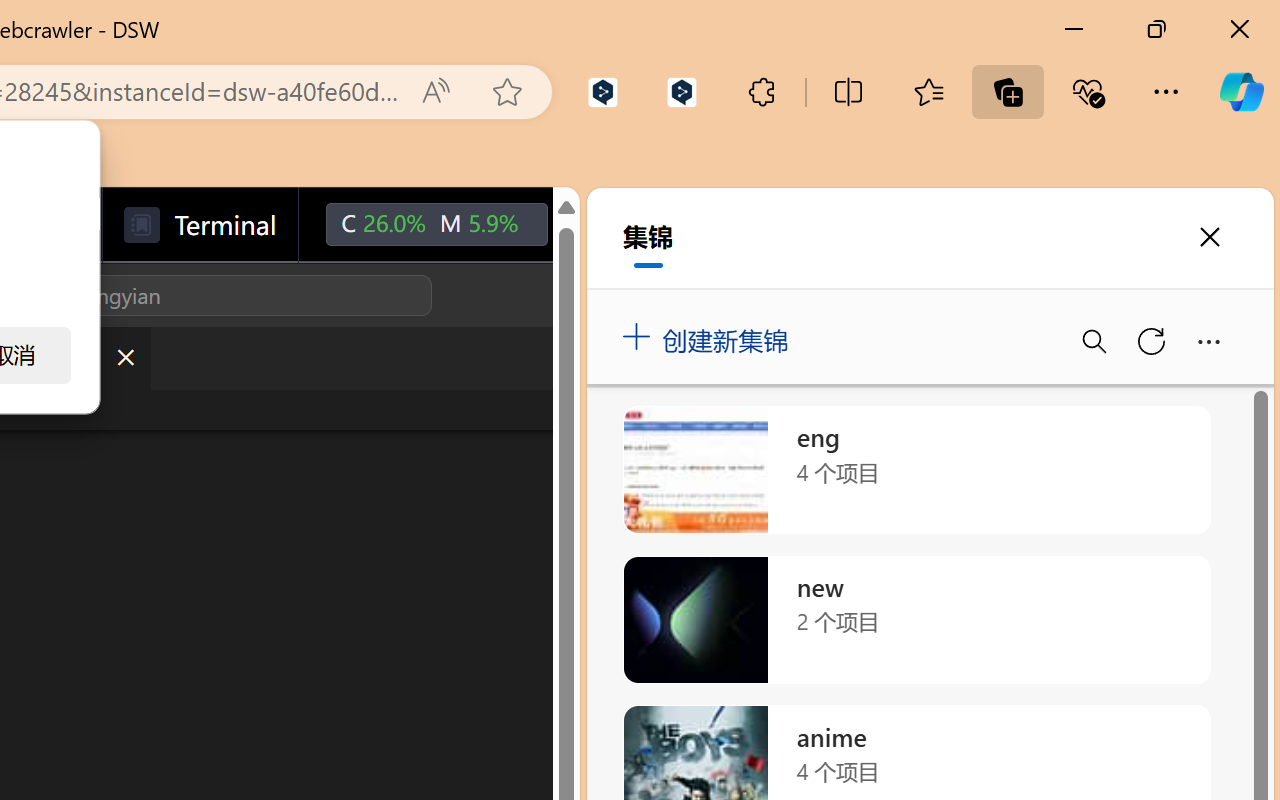 This screenshot has width=1280, height=800. Describe the element at coordinates (434, 225) in the screenshot. I see `'C26.0% M5.9%'` at that location.